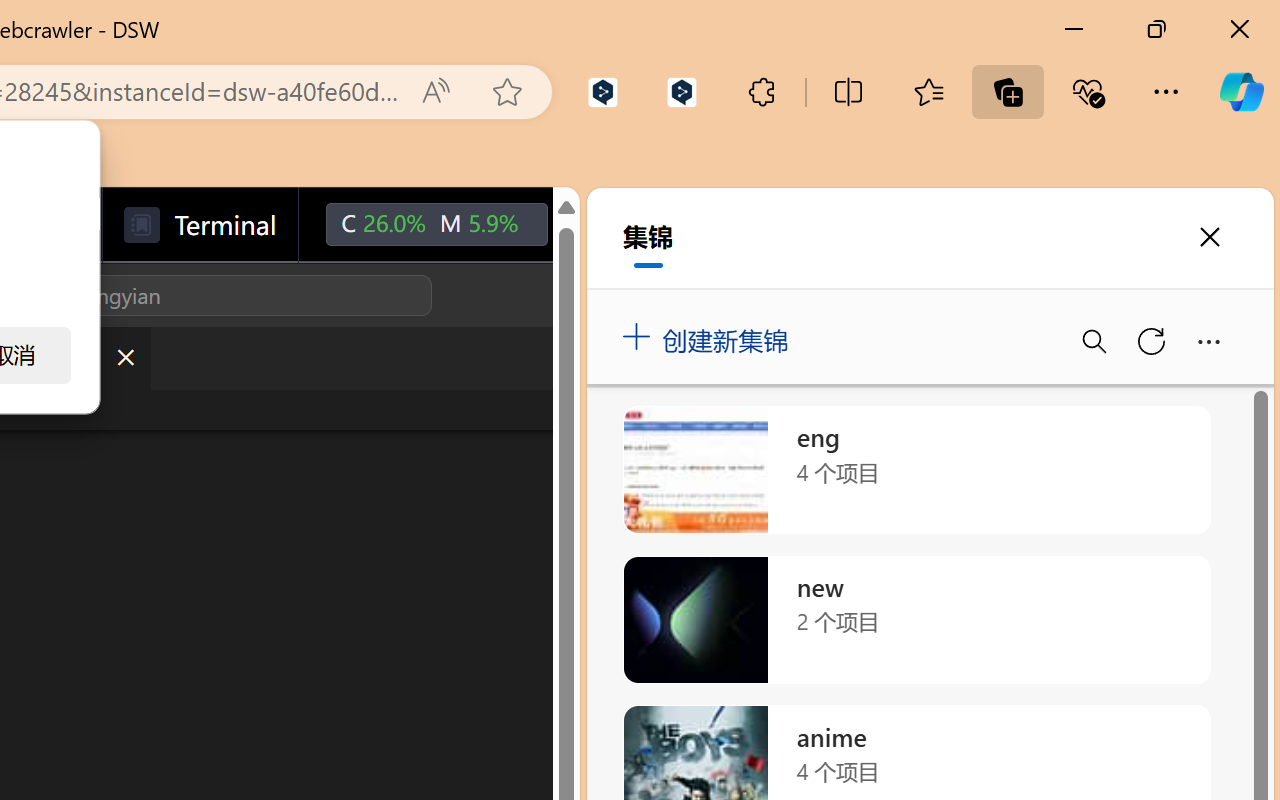 This screenshot has width=1280, height=800. Describe the element at coordinates (434, 225) in the screenshot. I see `'C26.0% M5.9%'` at that location.